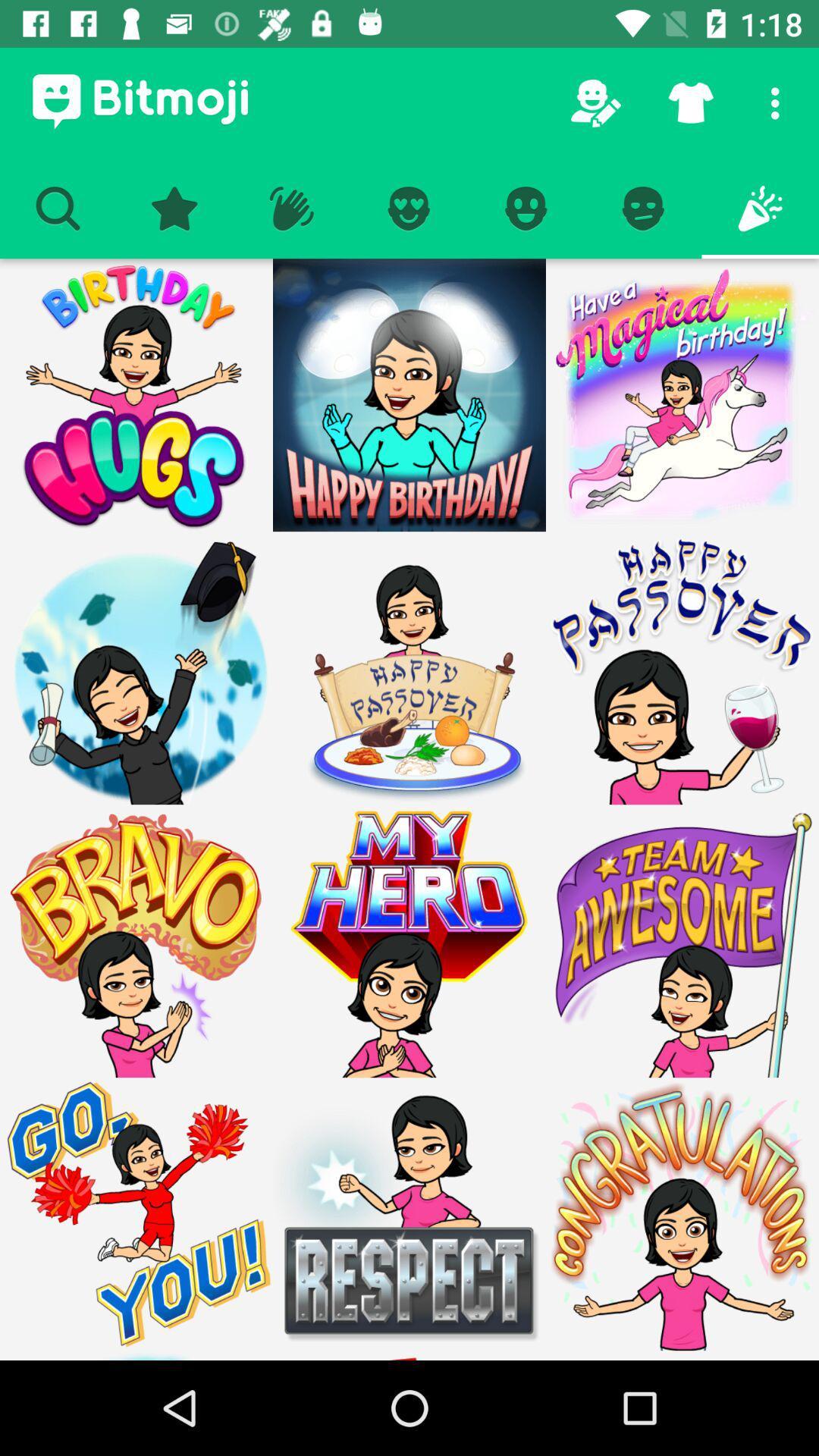 The height and width of the screenshot is (1456, 819). Describe the element at coordinates (409, 1214) in the screenshot. I see `respect` at that location.